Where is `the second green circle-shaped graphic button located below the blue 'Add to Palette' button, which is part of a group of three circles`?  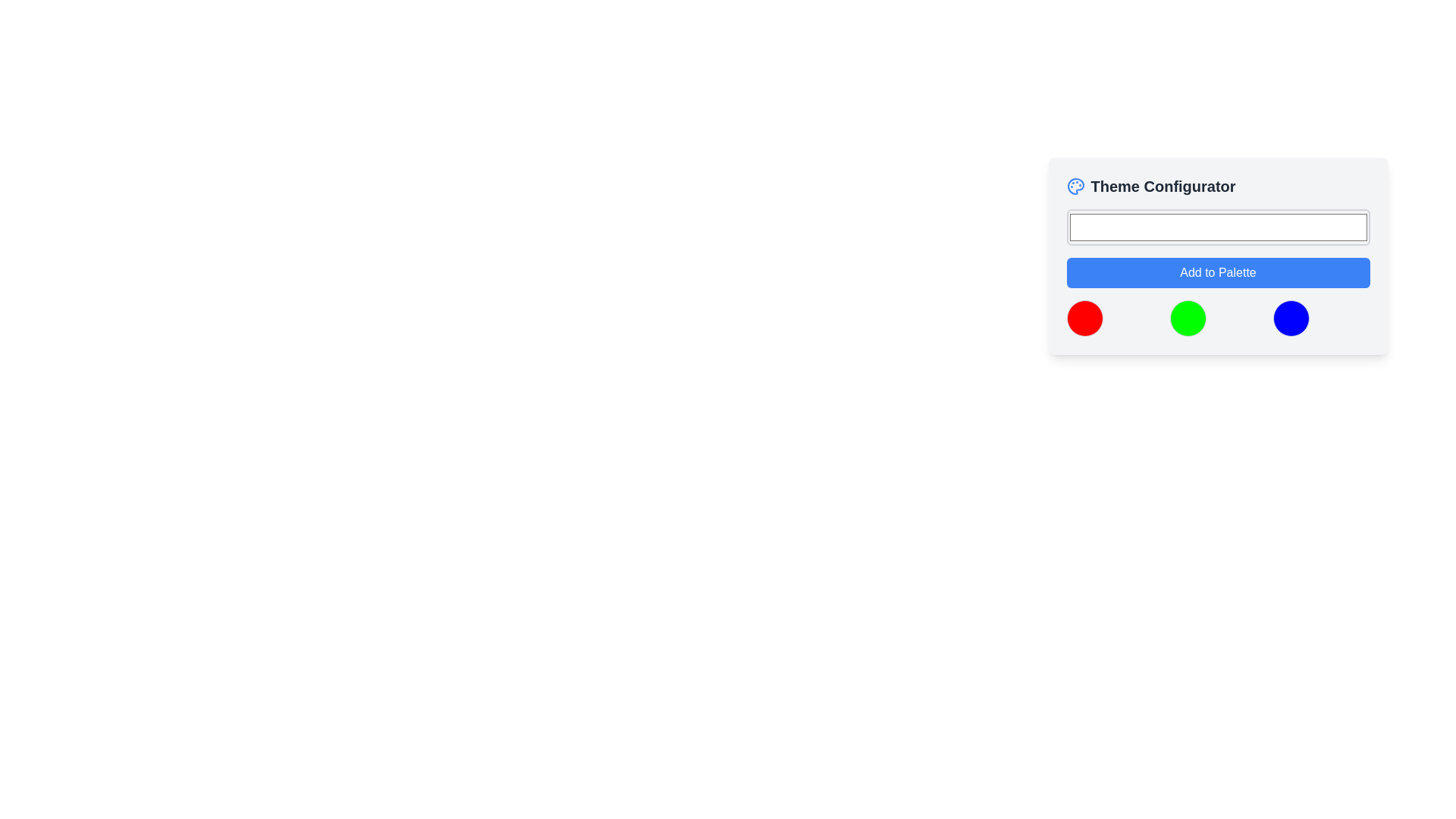 the second green circle-shaped graphic button located below the blue 'Add to Palette' button, which is part of a group of three circles is located at coordinates (1187, 318).